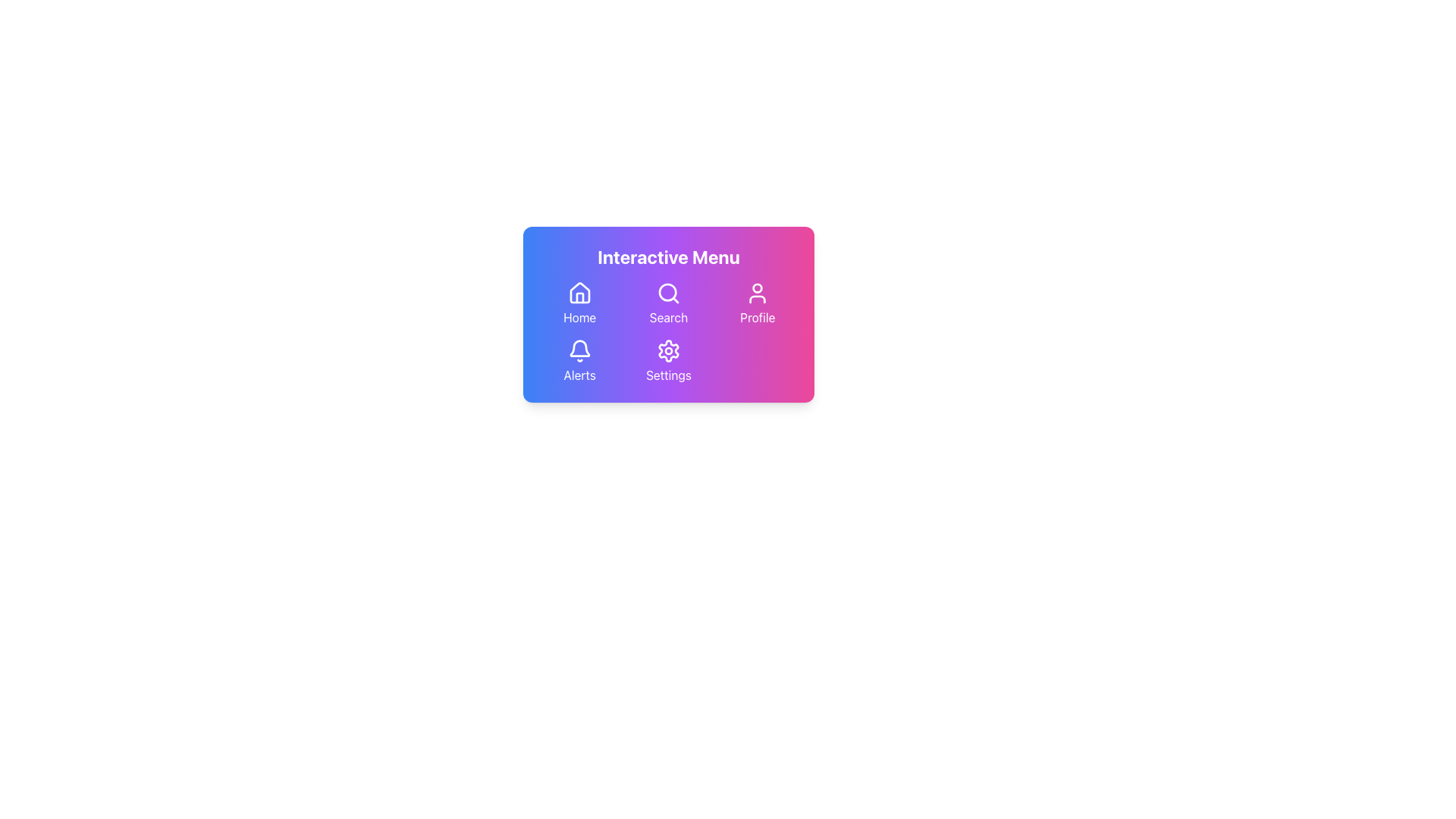 The width and height of the screenshot is (1456, 819). What do you see at coordinates (668, 350) in the screenshot?
I see `the cogwheel-shaped icon representing the settings option, which is centrally aligned over the label 'Settings' in the interactive menu` at bounding box center [668, 350].